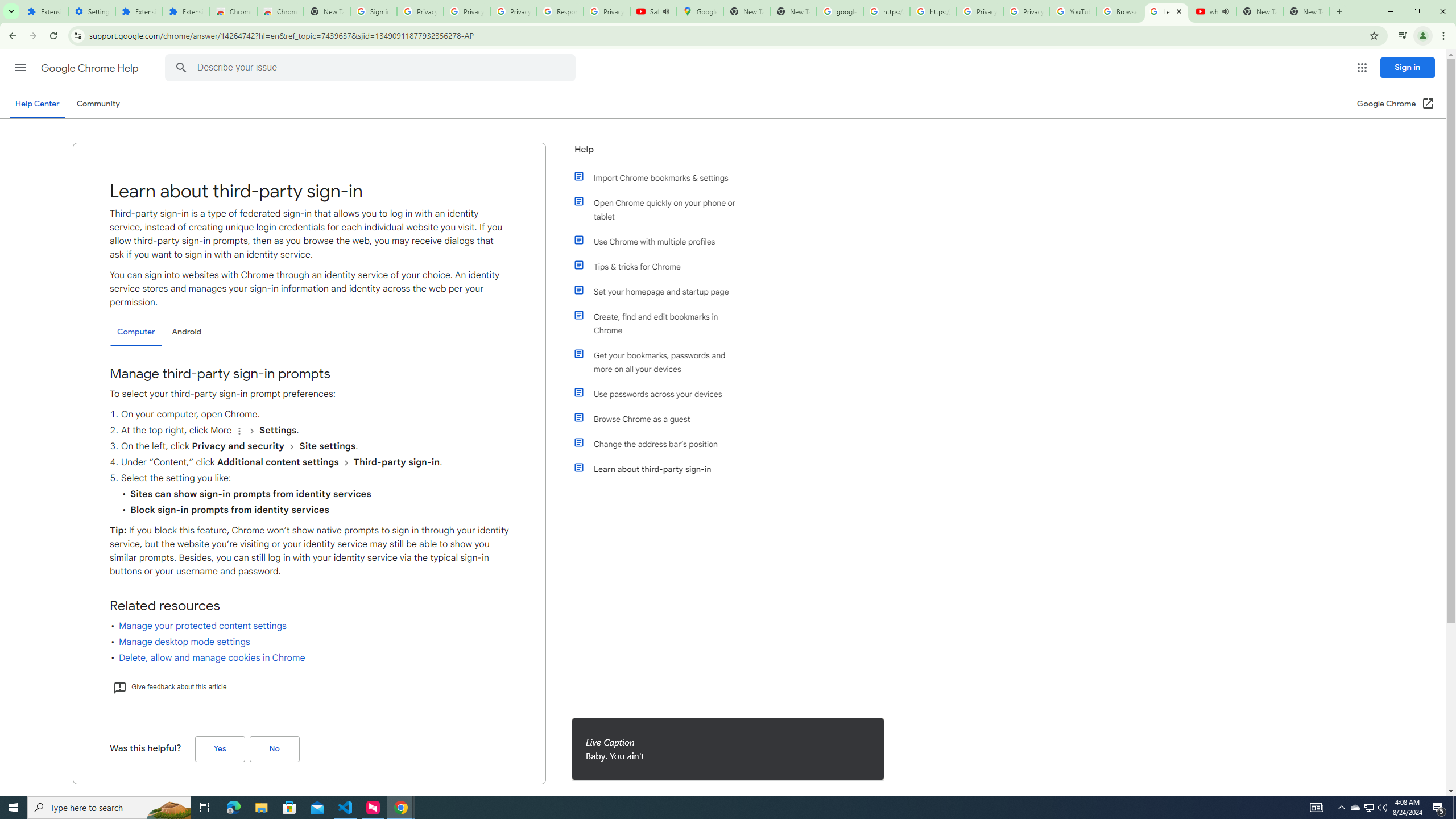  Describe the element at coordinates (169, 686) in the screenshot. I see `'Give feedback about this article'` at that location.